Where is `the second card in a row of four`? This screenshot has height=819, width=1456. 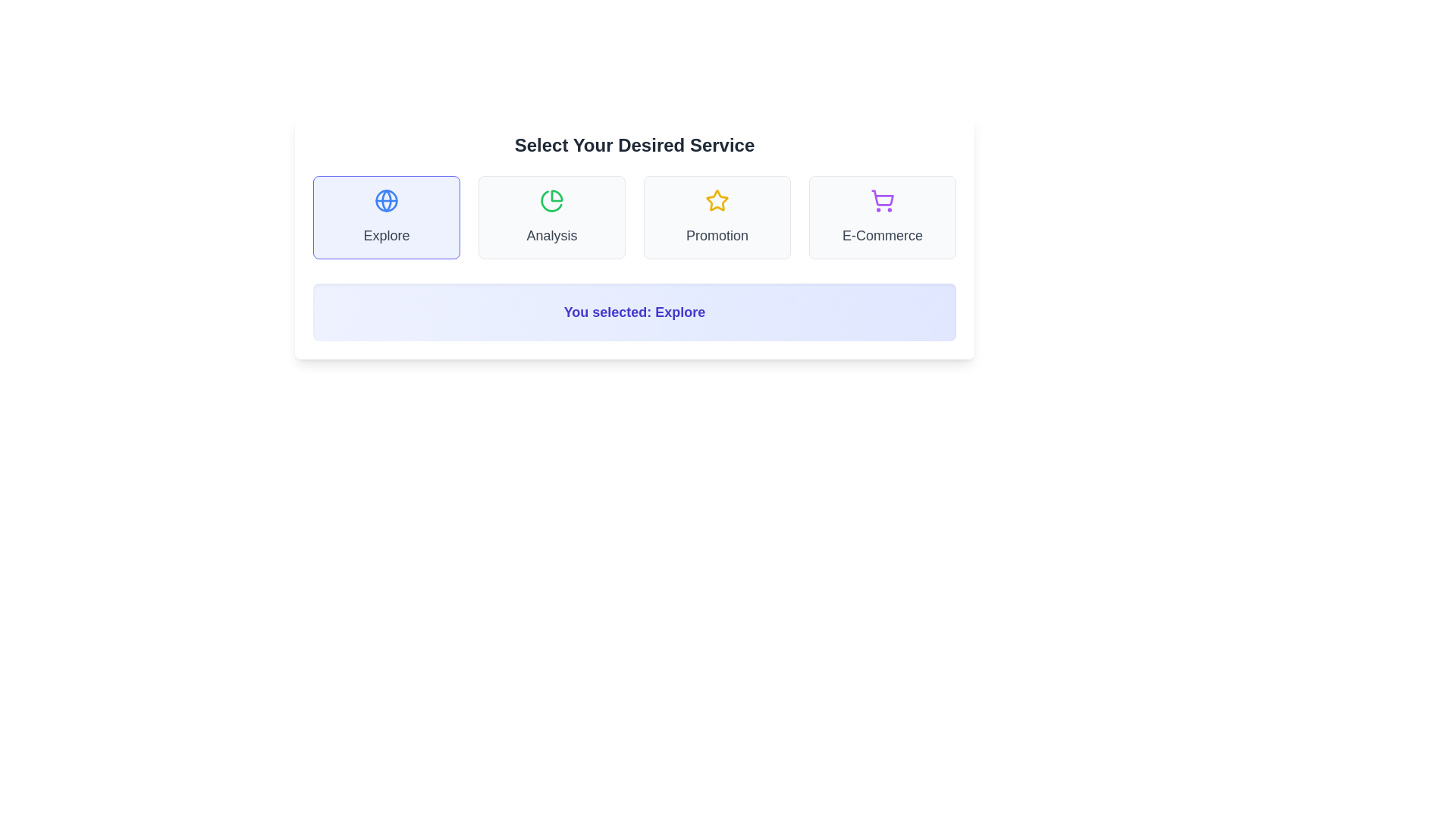
the second card in a row of four is located at coordinates (551, 217).